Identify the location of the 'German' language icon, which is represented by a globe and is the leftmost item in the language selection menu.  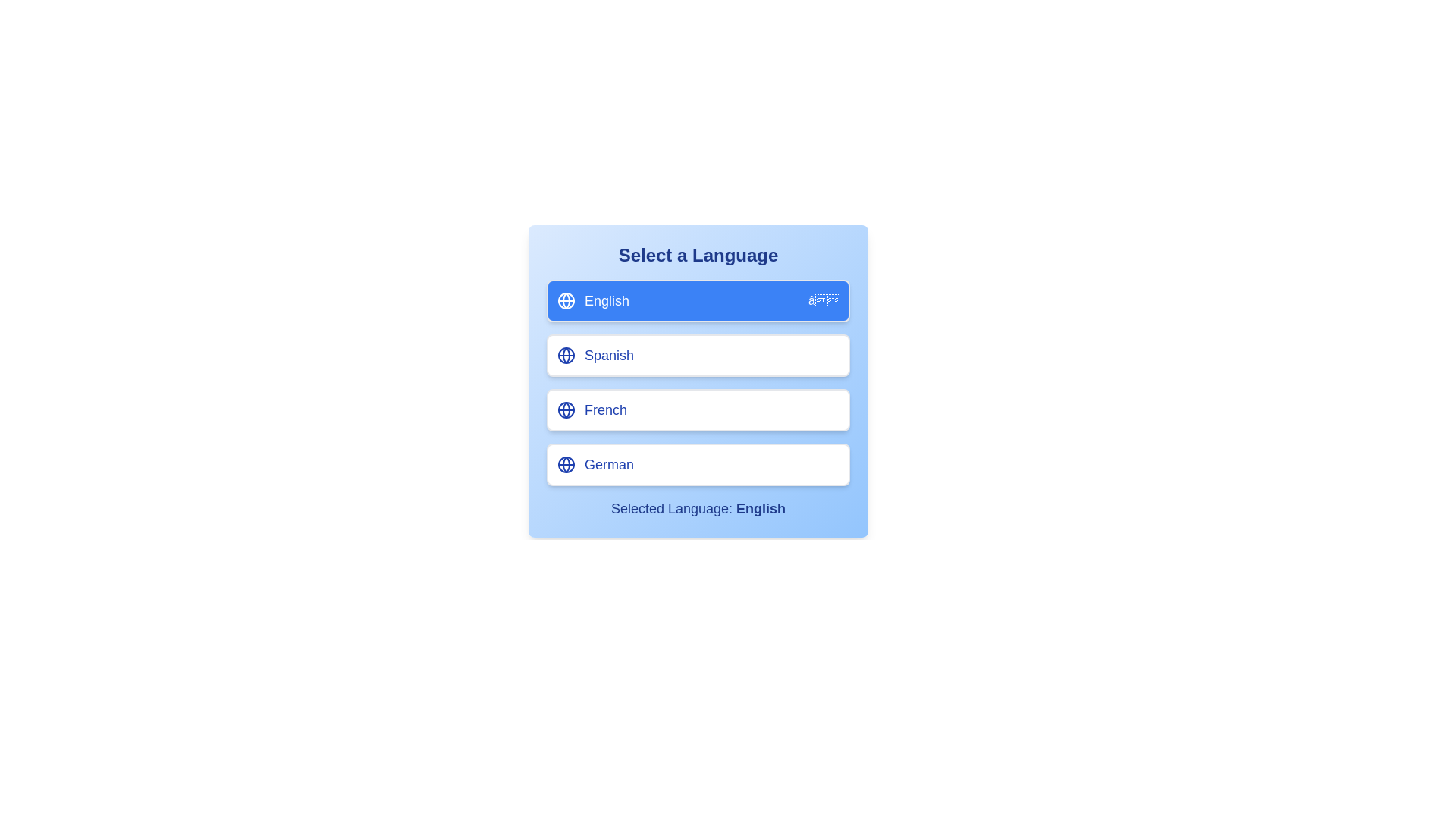
(566, 464).